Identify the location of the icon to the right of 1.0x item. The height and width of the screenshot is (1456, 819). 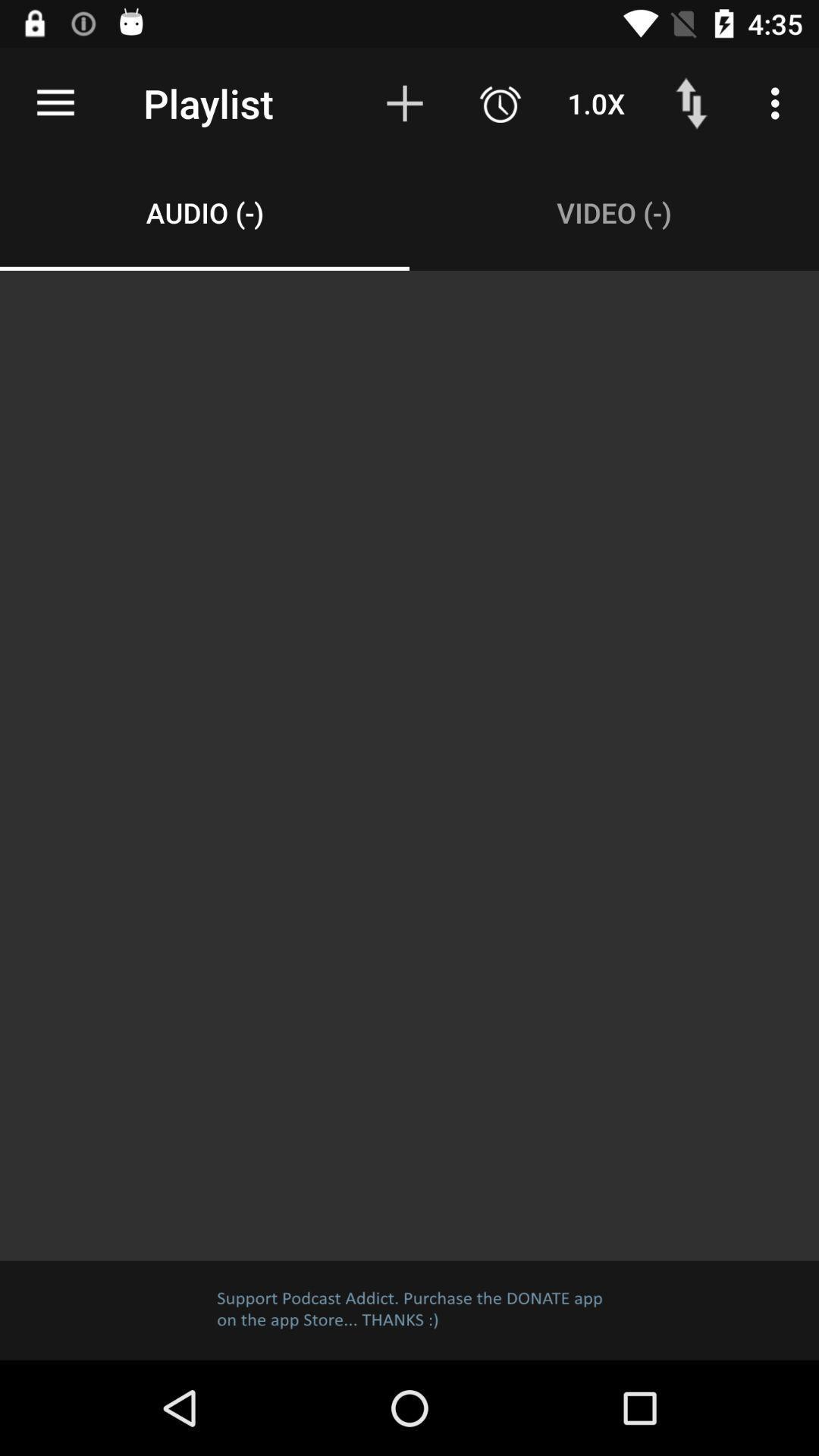
(691, 102).